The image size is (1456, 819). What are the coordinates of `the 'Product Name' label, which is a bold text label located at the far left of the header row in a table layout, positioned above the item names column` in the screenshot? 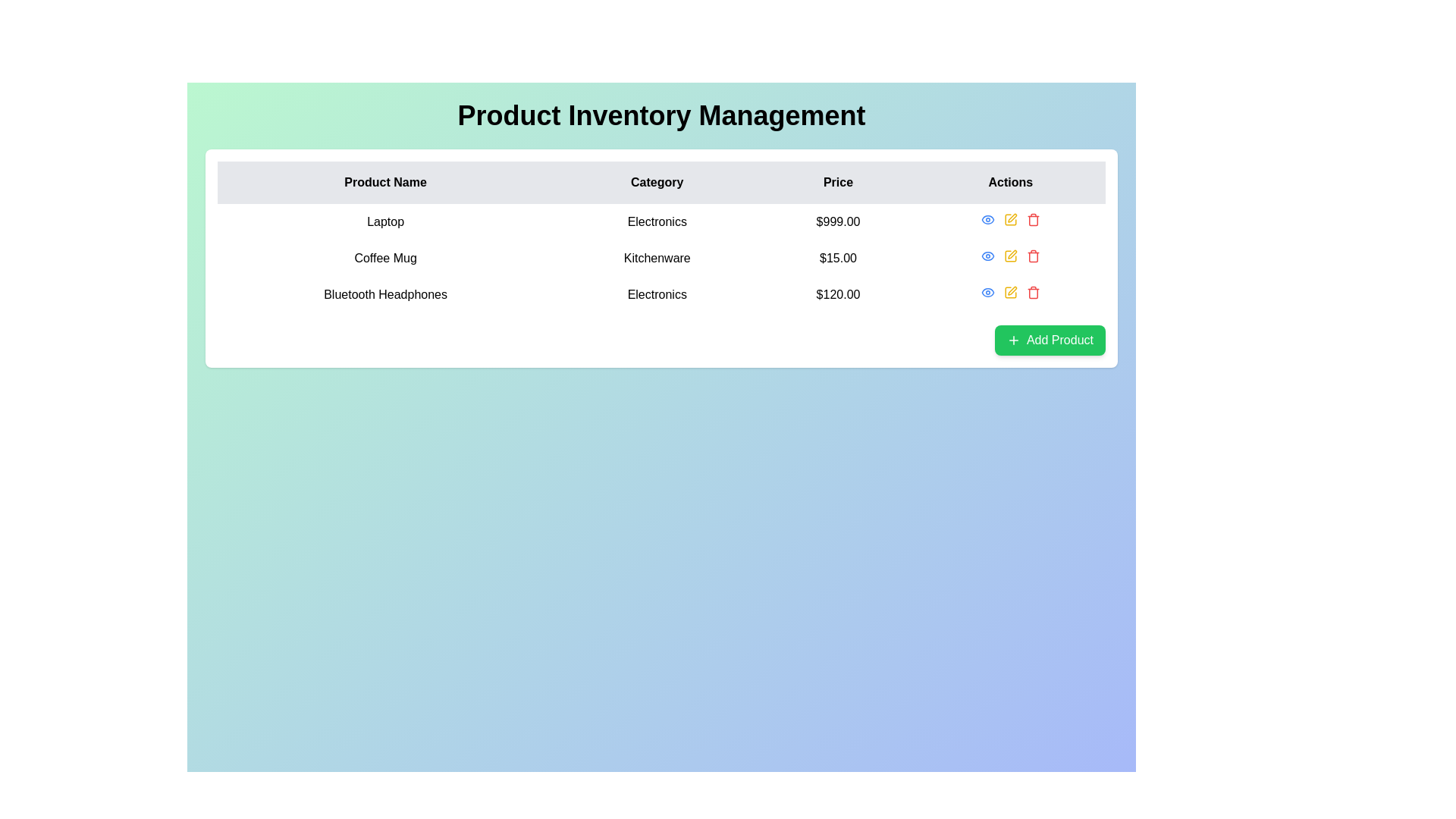 It's located at (385, 181).